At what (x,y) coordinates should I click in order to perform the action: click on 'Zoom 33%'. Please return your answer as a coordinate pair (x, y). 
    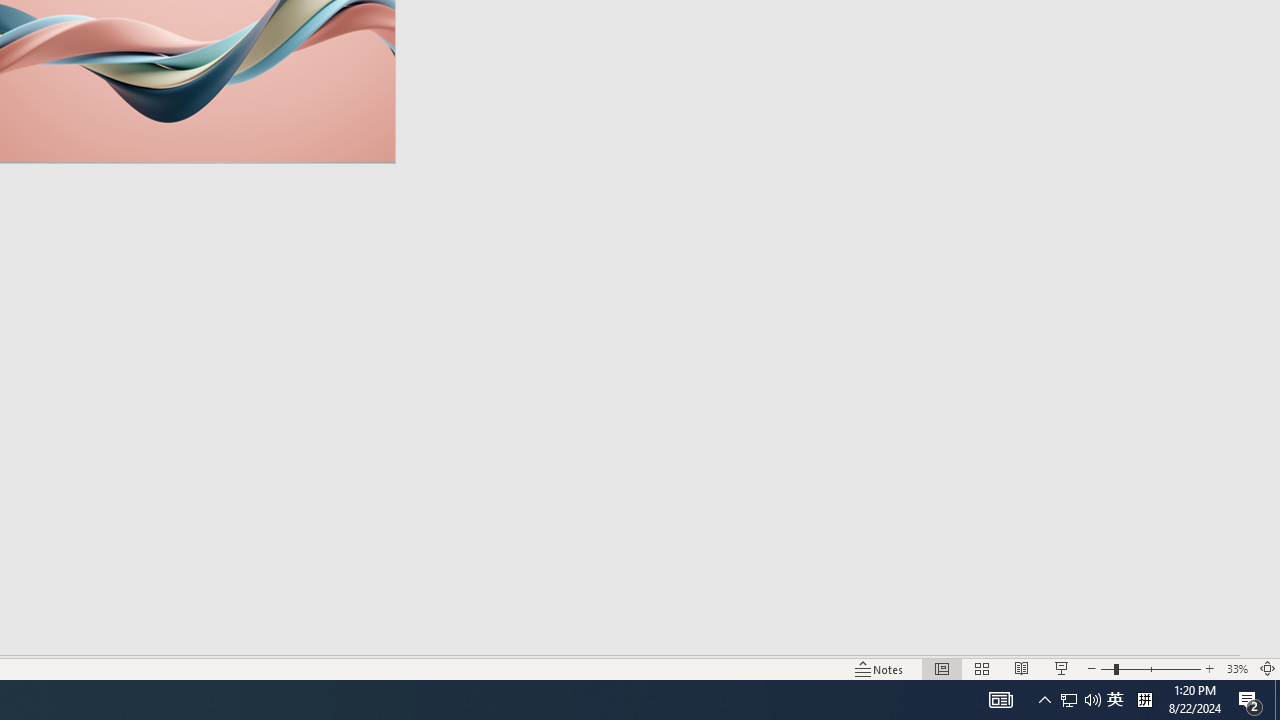
    Looking at the image, I should click on (1236, 669).